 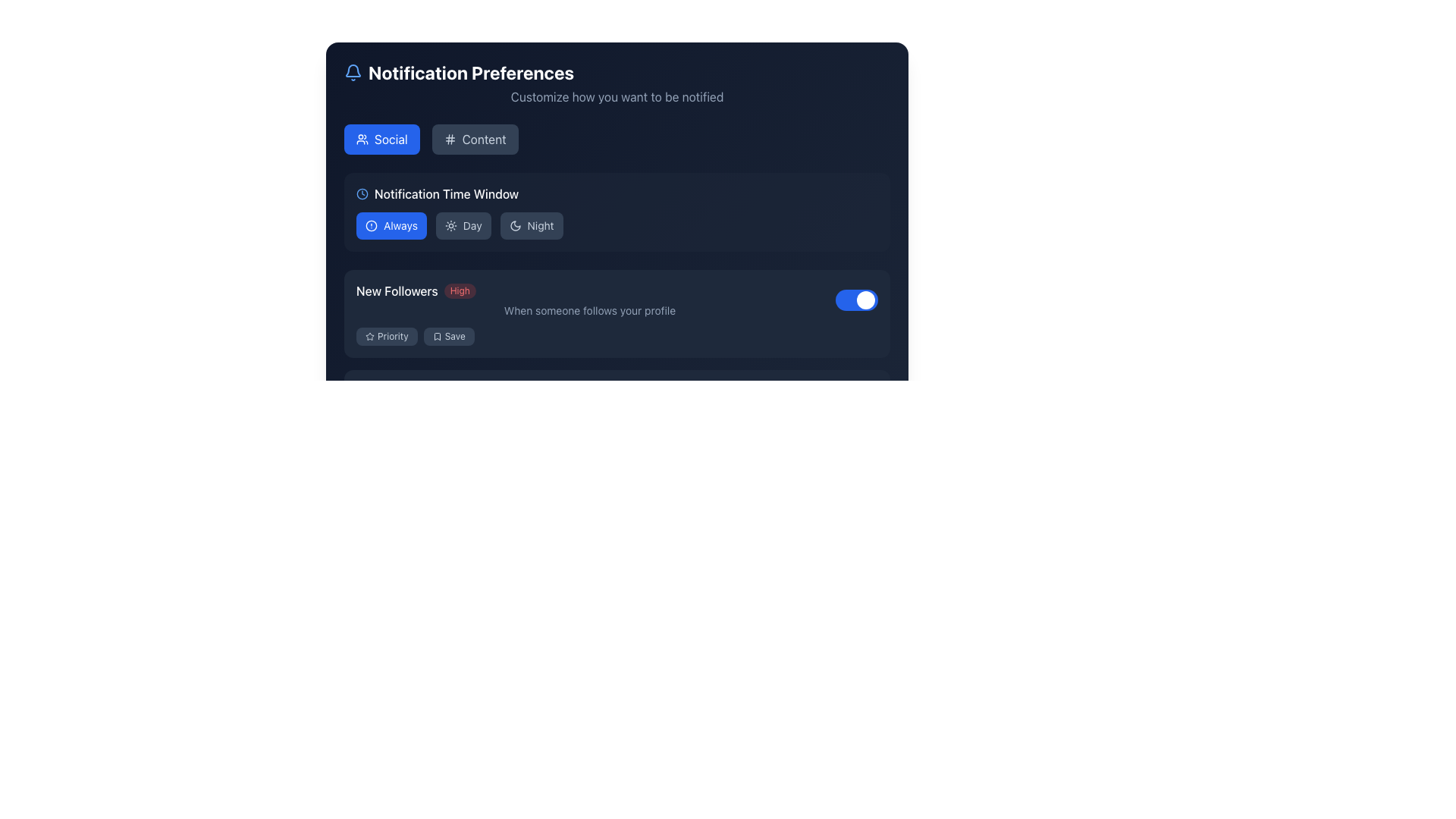 I want to click on the bookmark icon SVG graphic located within the 'Save' button at the bottom right of the 'New Followers' section, so click(x=436, y=335).